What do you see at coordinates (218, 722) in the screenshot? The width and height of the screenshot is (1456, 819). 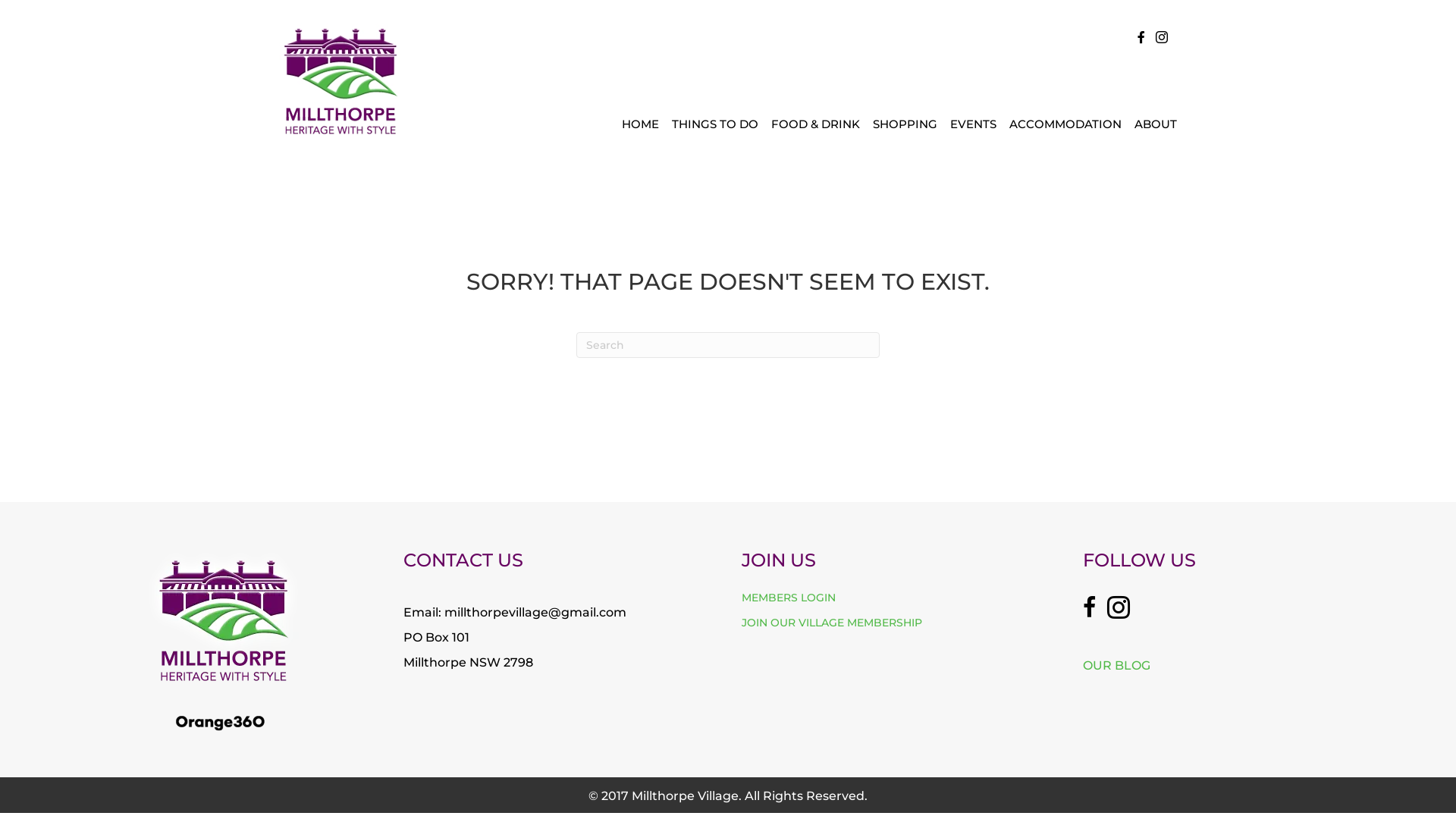 I see `'logo-header'` at bounding box center [218, 722].